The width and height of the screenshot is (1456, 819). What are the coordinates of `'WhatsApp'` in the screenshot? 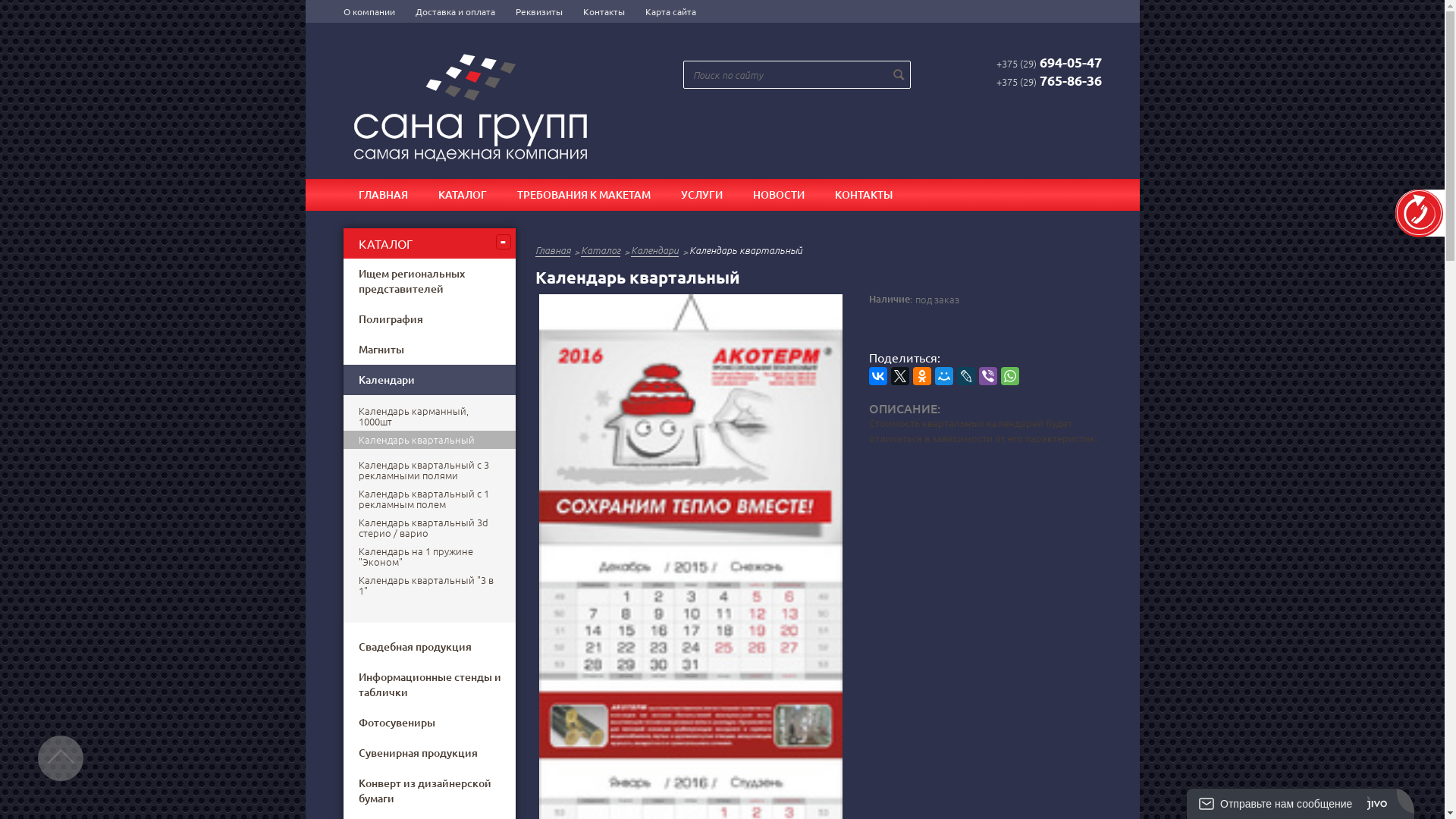 It's located at (1001, 375).